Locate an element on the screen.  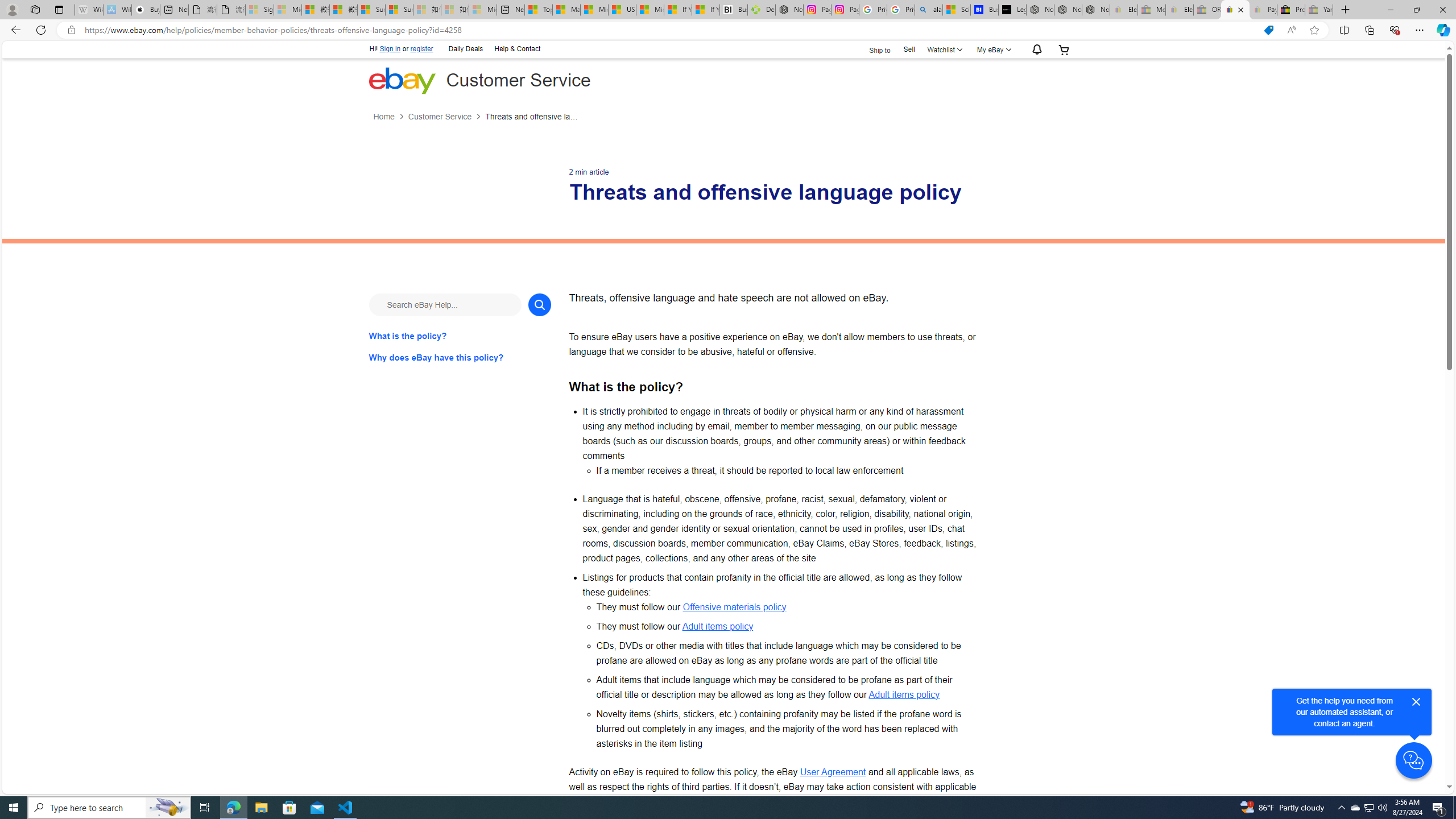
'Wikipedia - Sleeping' is located at coordinates (88, 9).